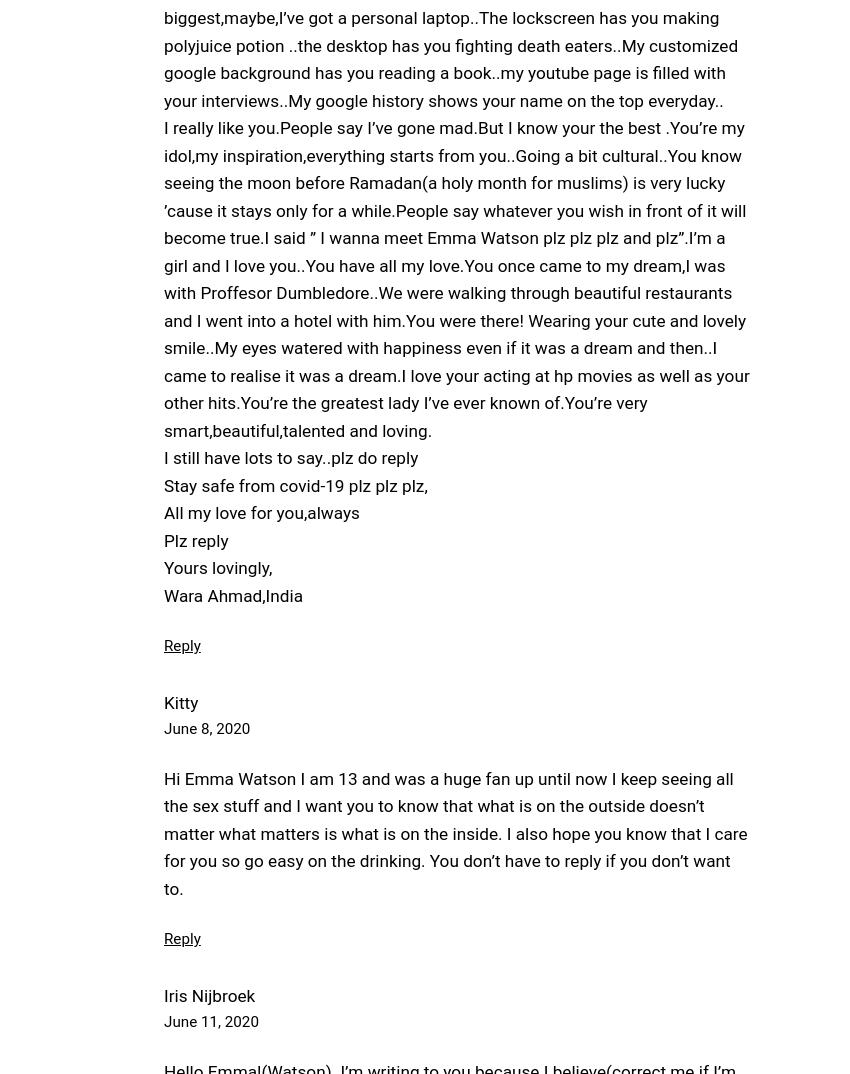 The height and width of the screenshot is (1074, 850). Describe the element at coordinates (163, 279) in the screenshot. I see `'I really like you.People say I’ve gone mad.But I know your the best .You’re my idol,my inspiration,everything starts from you..Going a bit cultural..You know seeing the moon before Ramadan(a holy month for muslims) is very lucky ’cause it stays only for a while.People say whatever you wish in front of it will become true.I said ” I wanna meet Emma Watson plz plz plz and plz”.I’m a girl and I love you..You have all my love.You once came to my dream,I was with Proffesor Dumbledore..We were walking through beautiful restaurants and I went into a hotel with him.You were there! Wearing your cute and lovely smile..My eyes watered with happiness even if it was a dream and then..I came to realise it was a dream.I love your acting at hp movies as well as your other hits.You’re the greatest lady I’ve ever known of.You’re very smart,beautiful,talented and loving.'` at that location.